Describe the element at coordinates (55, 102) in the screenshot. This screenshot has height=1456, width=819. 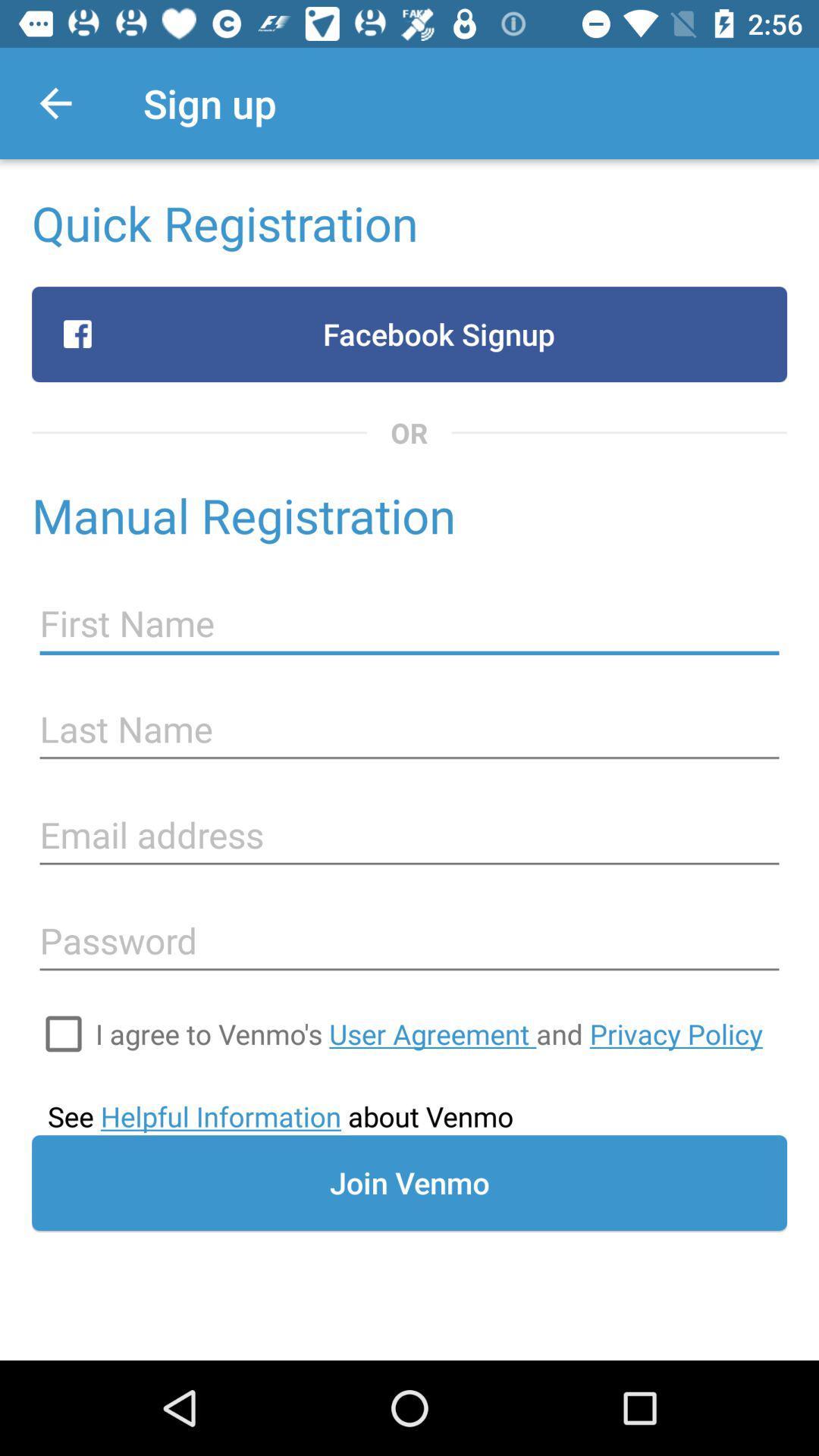
I see `the item next to sign up app` at that location.